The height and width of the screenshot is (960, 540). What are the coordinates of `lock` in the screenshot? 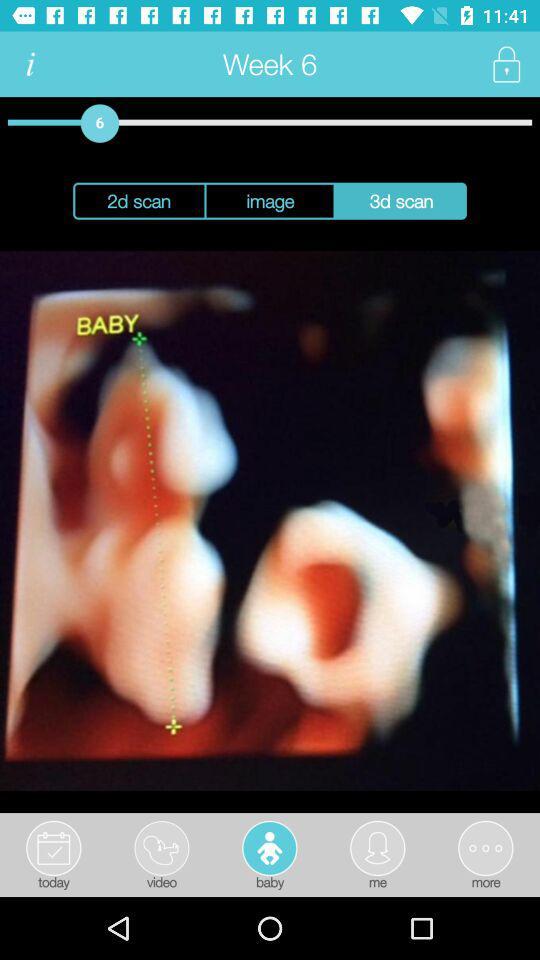 It's located at (505, 64).